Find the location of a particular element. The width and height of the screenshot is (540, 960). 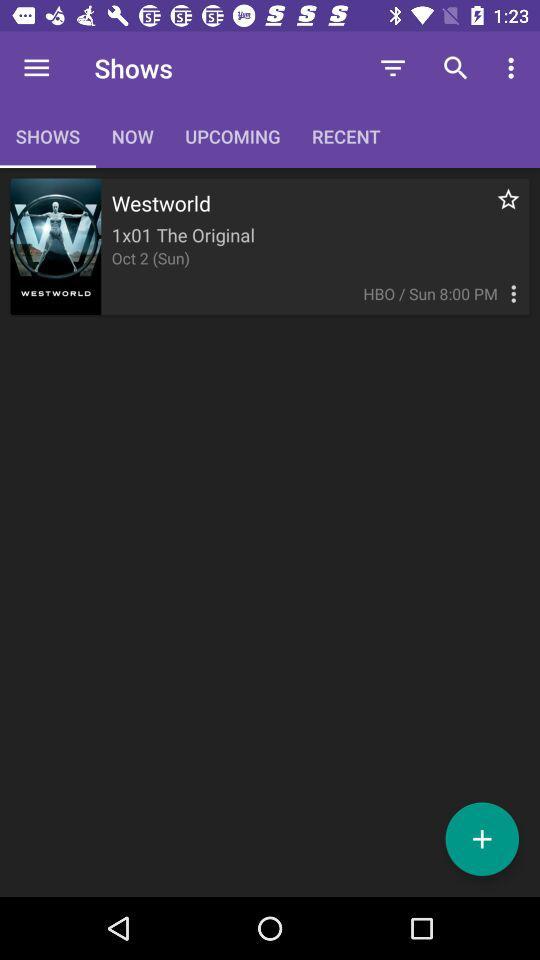

the icon to the right of the upcoming icon is located at coordinates (393, 68).